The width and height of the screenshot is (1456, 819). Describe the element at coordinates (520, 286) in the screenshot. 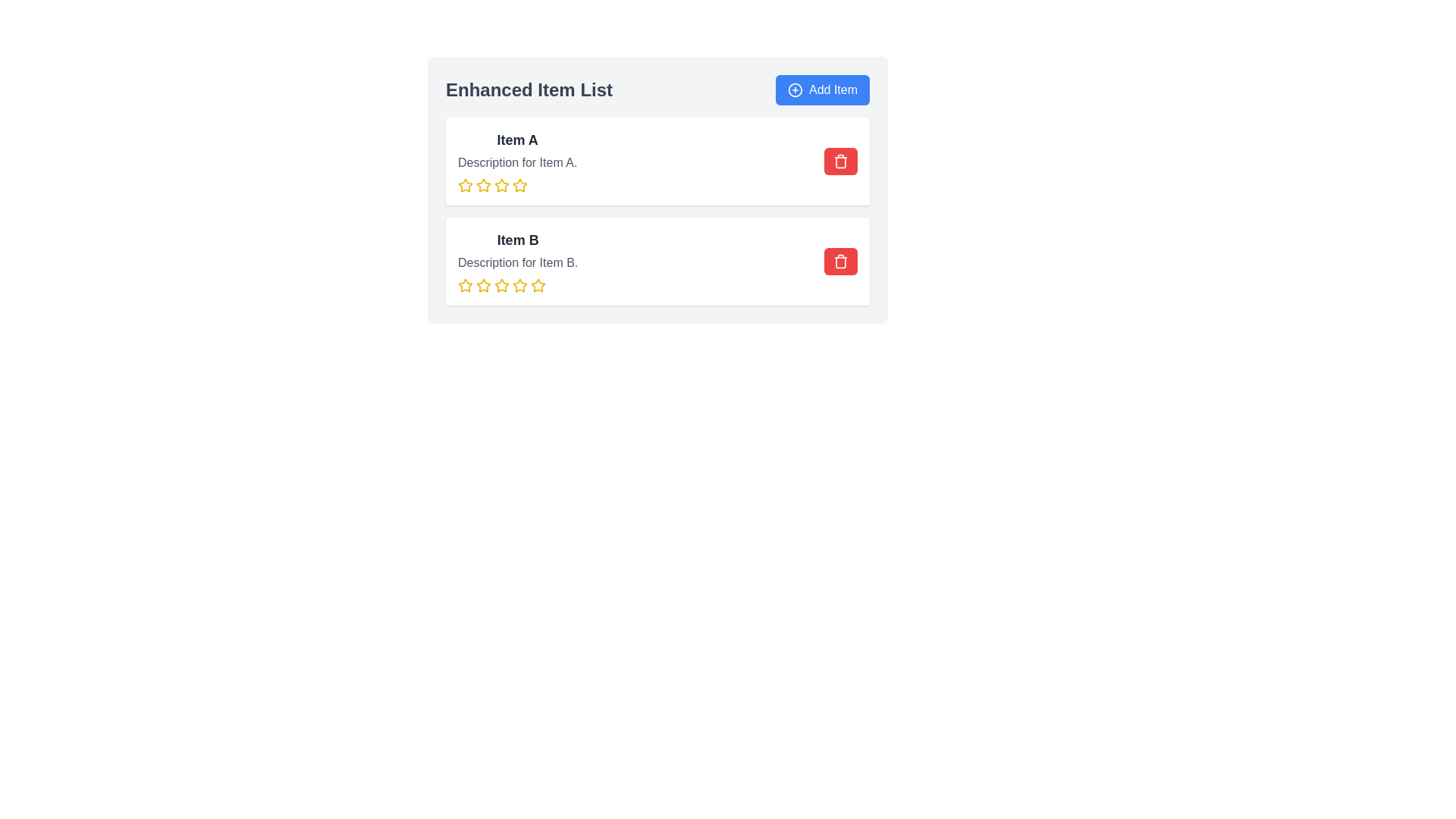

I see `the sixth star-shaped icon outlined in yellow, which represents a filled or interactive rating star under the 'Item B' section in the 'Enhanced Item List' widget` at that location.